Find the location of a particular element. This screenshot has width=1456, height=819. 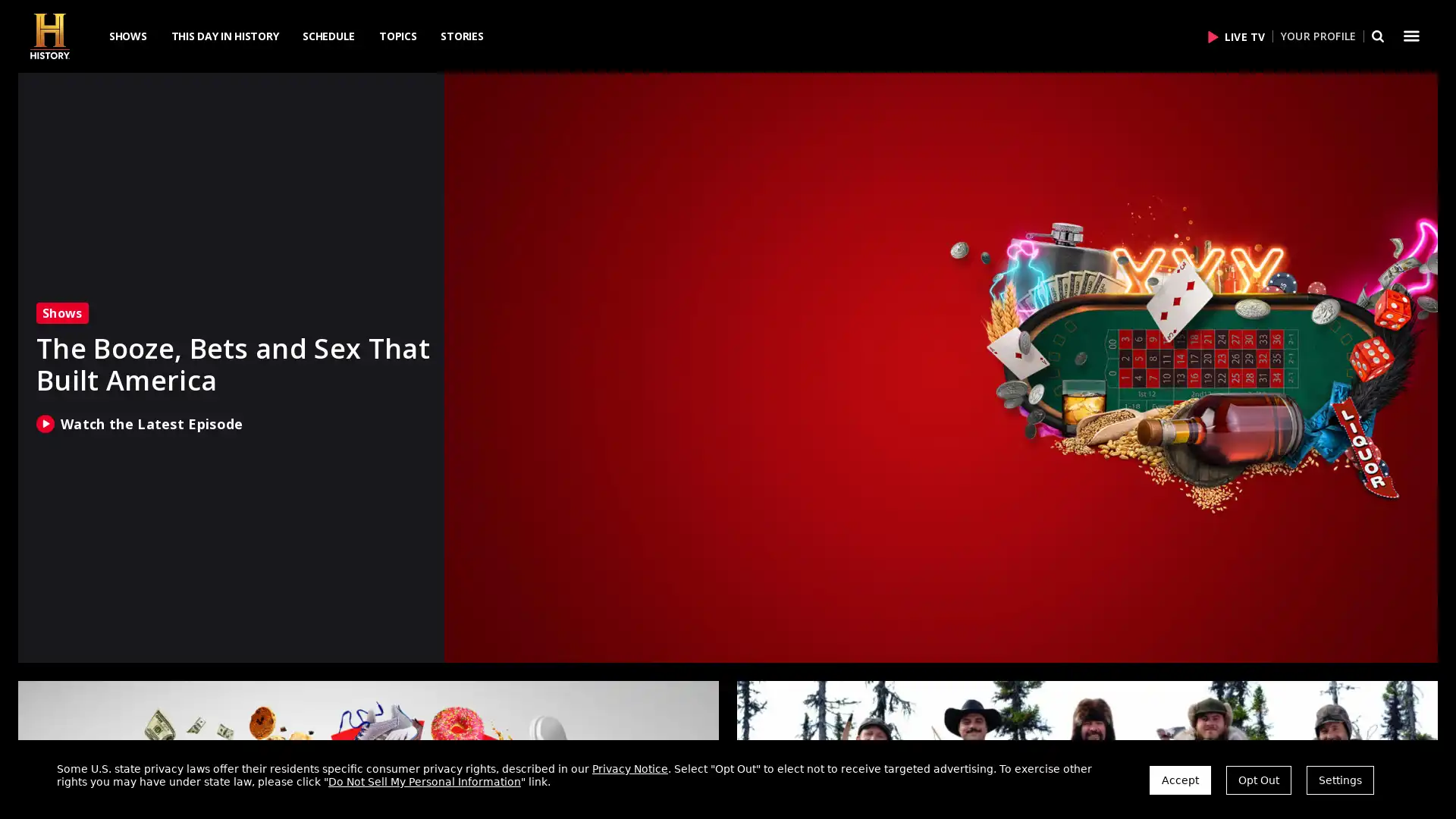

HISTORY is located at coordinates (61, 35).